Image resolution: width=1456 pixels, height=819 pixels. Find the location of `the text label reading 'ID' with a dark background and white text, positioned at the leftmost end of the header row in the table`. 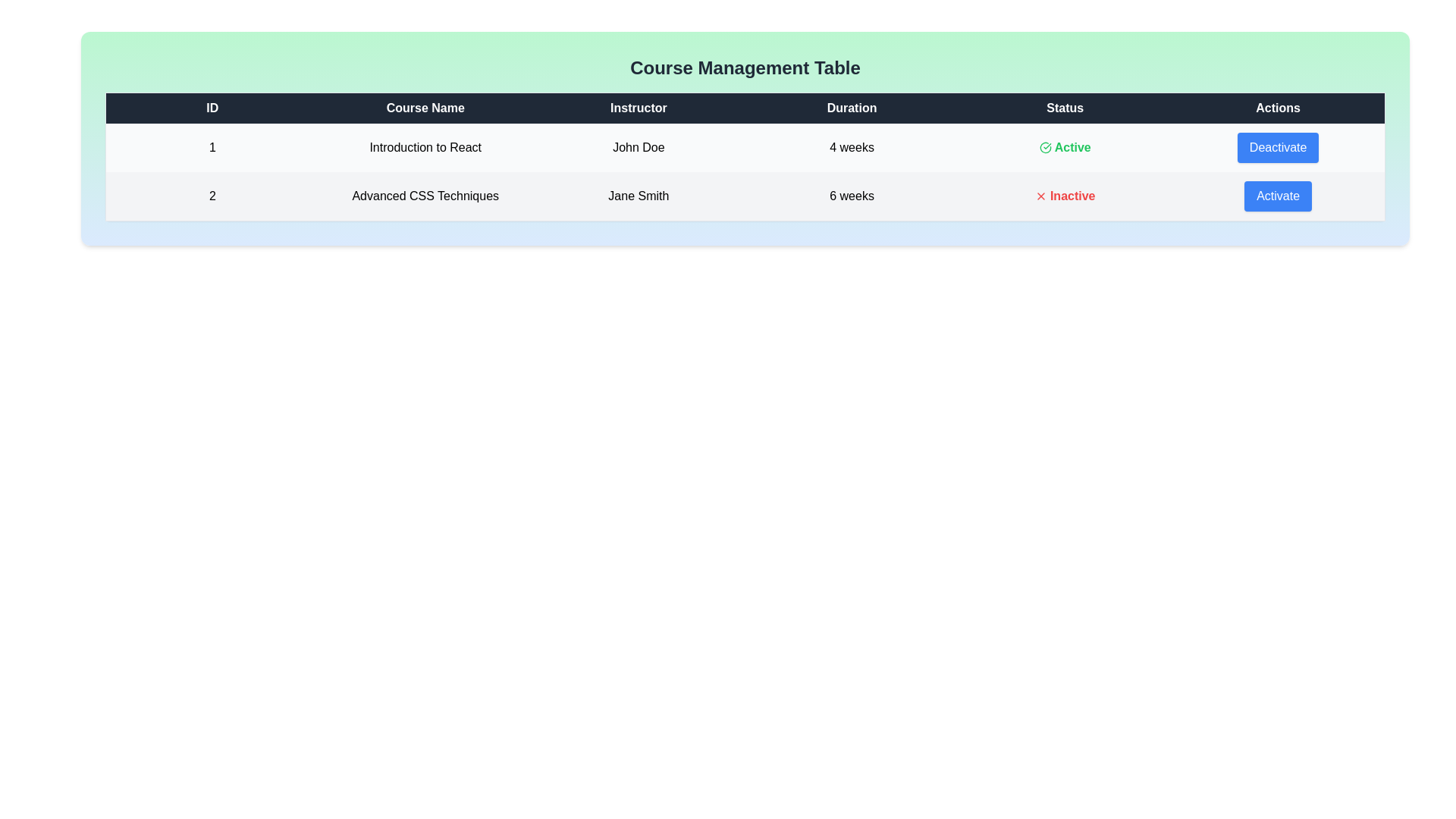

the text label reading 'ID' with a dark background and white text, positioned at the leftmost end of the header row in the table is located at coordinates (212, 107).